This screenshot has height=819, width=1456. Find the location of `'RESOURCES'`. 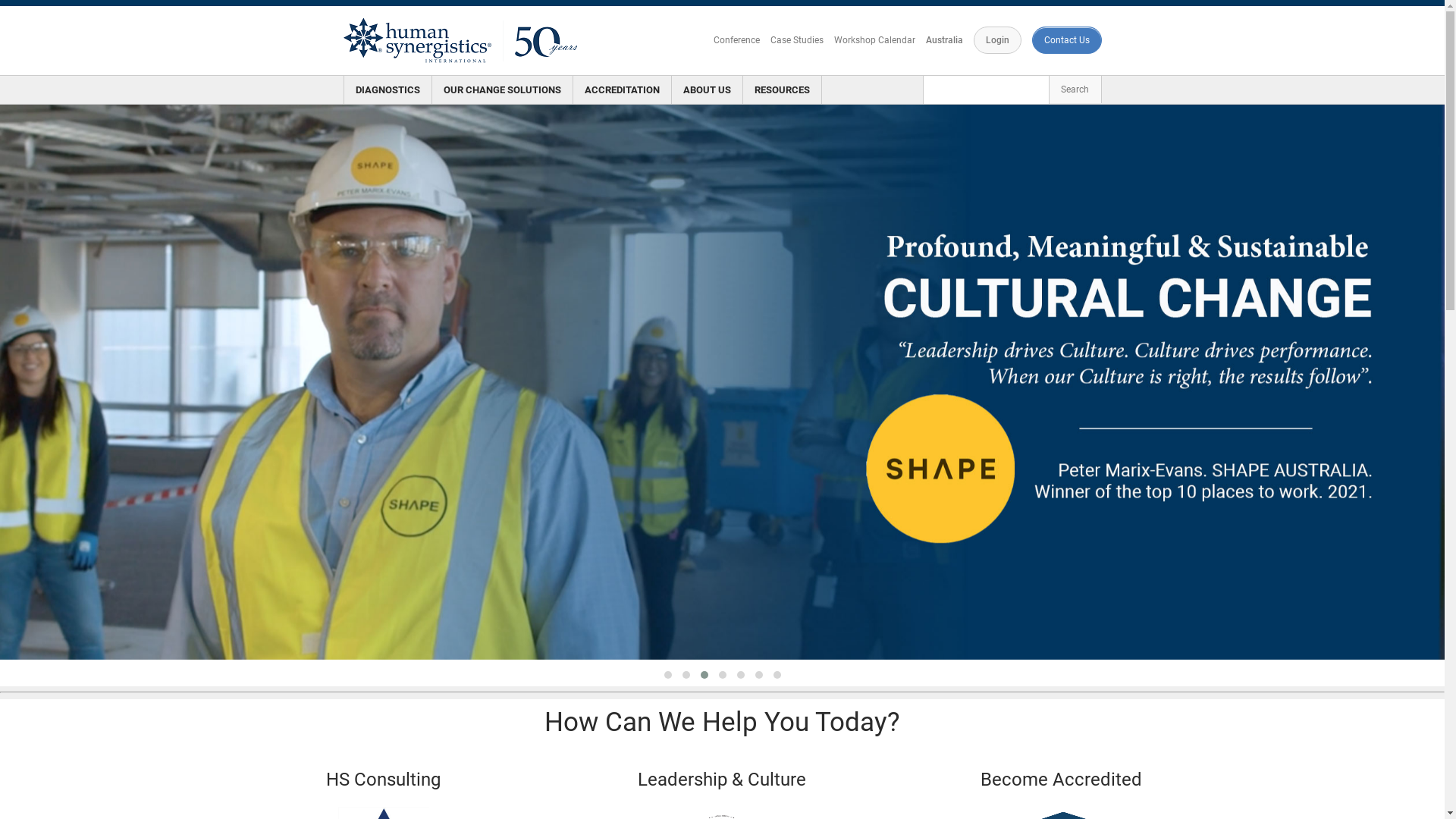

'RESOURCES' is located at coordinates (782, 89).